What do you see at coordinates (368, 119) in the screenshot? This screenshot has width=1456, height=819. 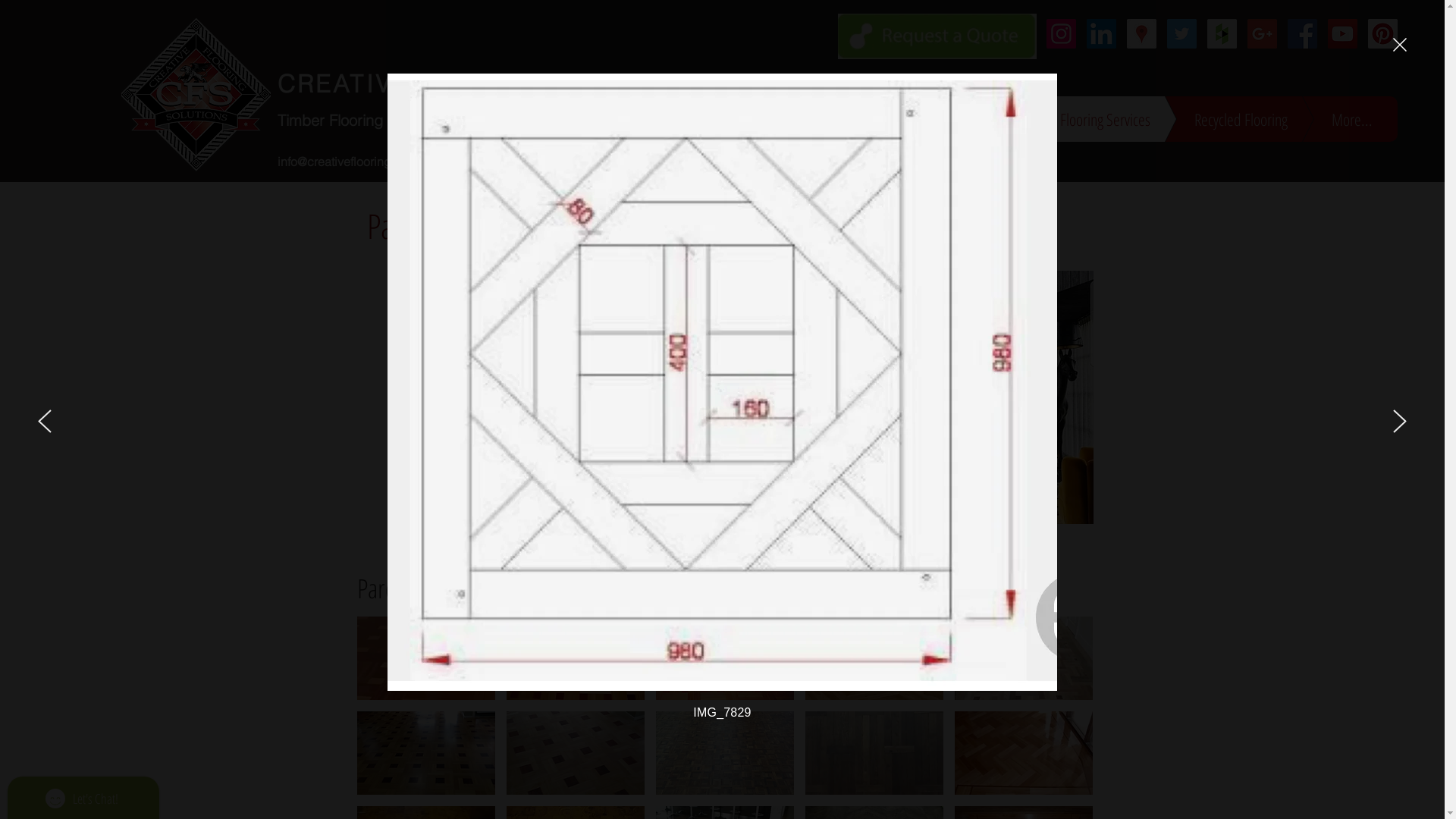 I see `'Timber Flooring Specialists'` at bounding box center [368, 119].